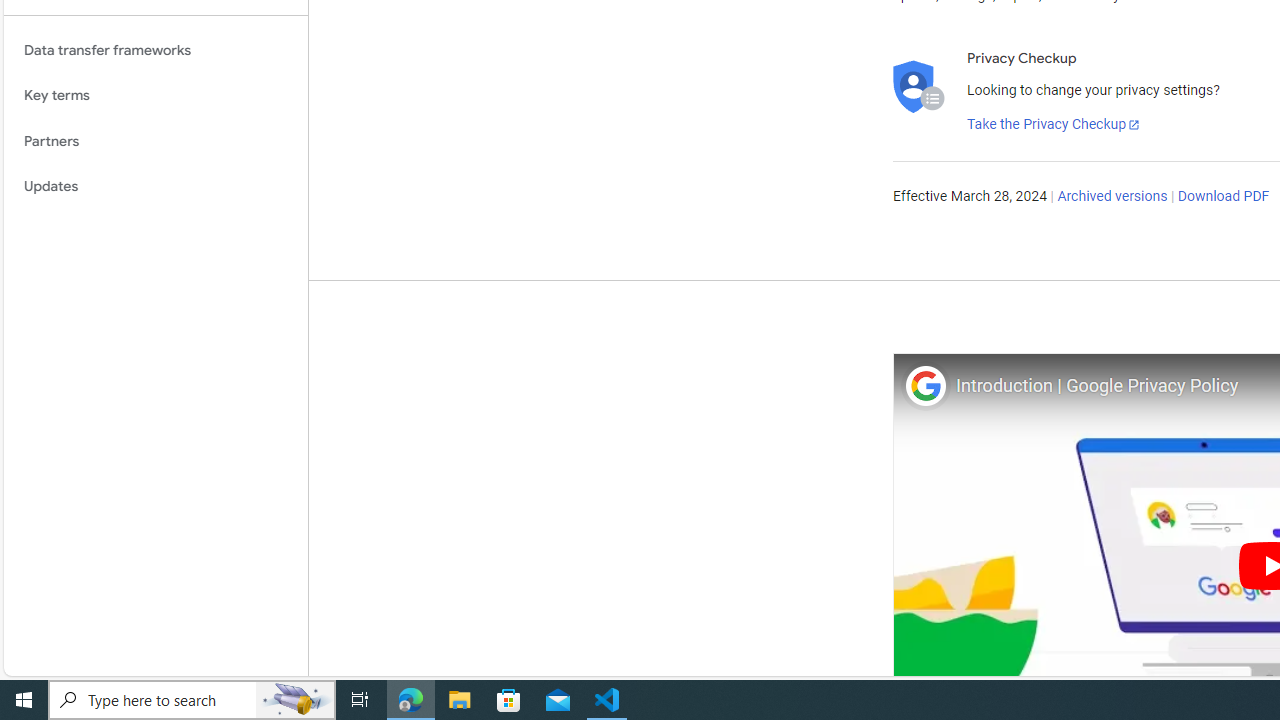  I want to click on 'Key terms', so click(155, 95).